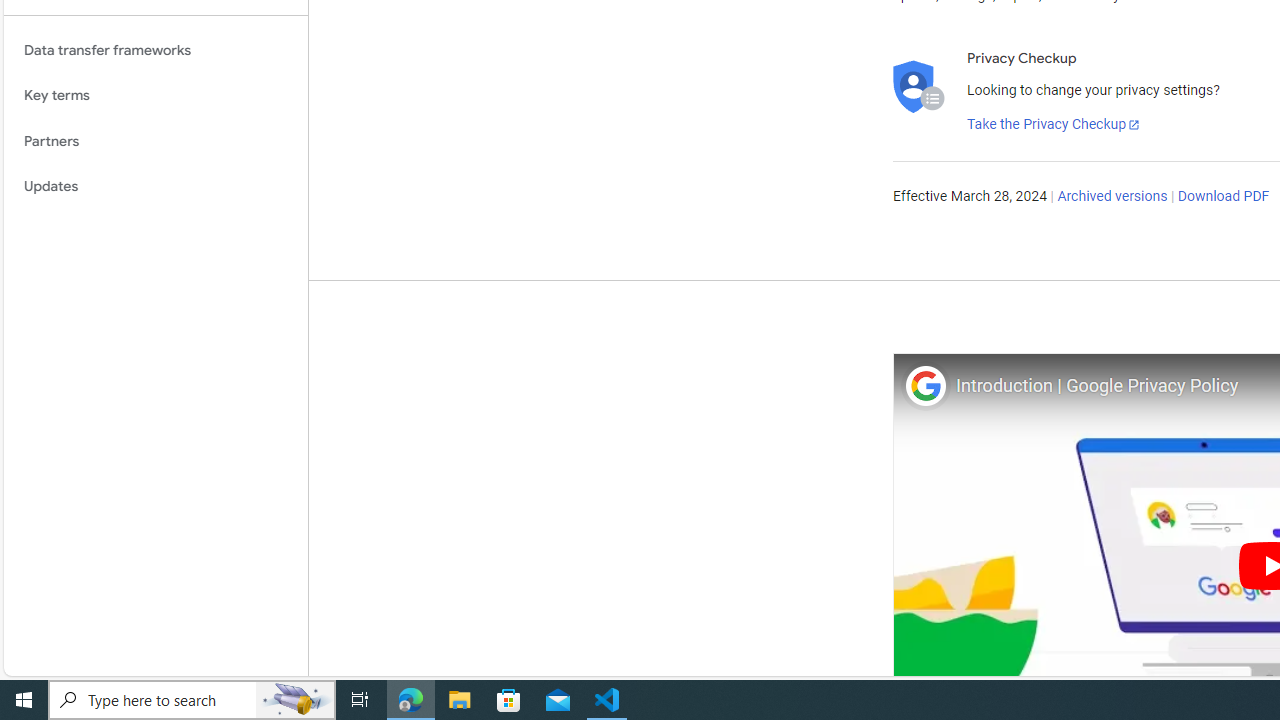  I want to click on 'Key terms', so click(155, 95).